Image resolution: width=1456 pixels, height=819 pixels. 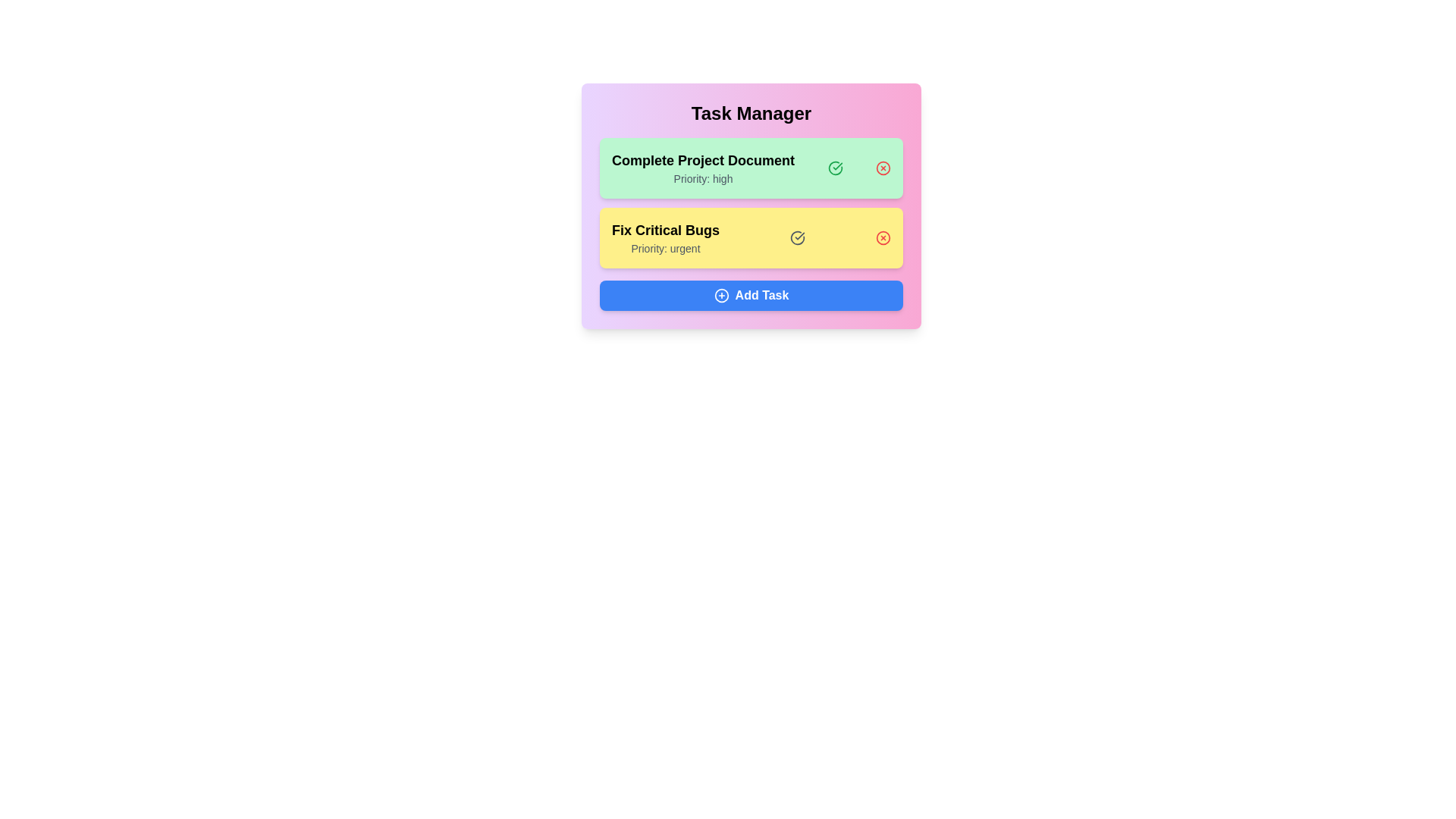 I want to click on the remove icon corresponding to the task titled 'Fix Critical Bugs', so click(x=883, y=237).